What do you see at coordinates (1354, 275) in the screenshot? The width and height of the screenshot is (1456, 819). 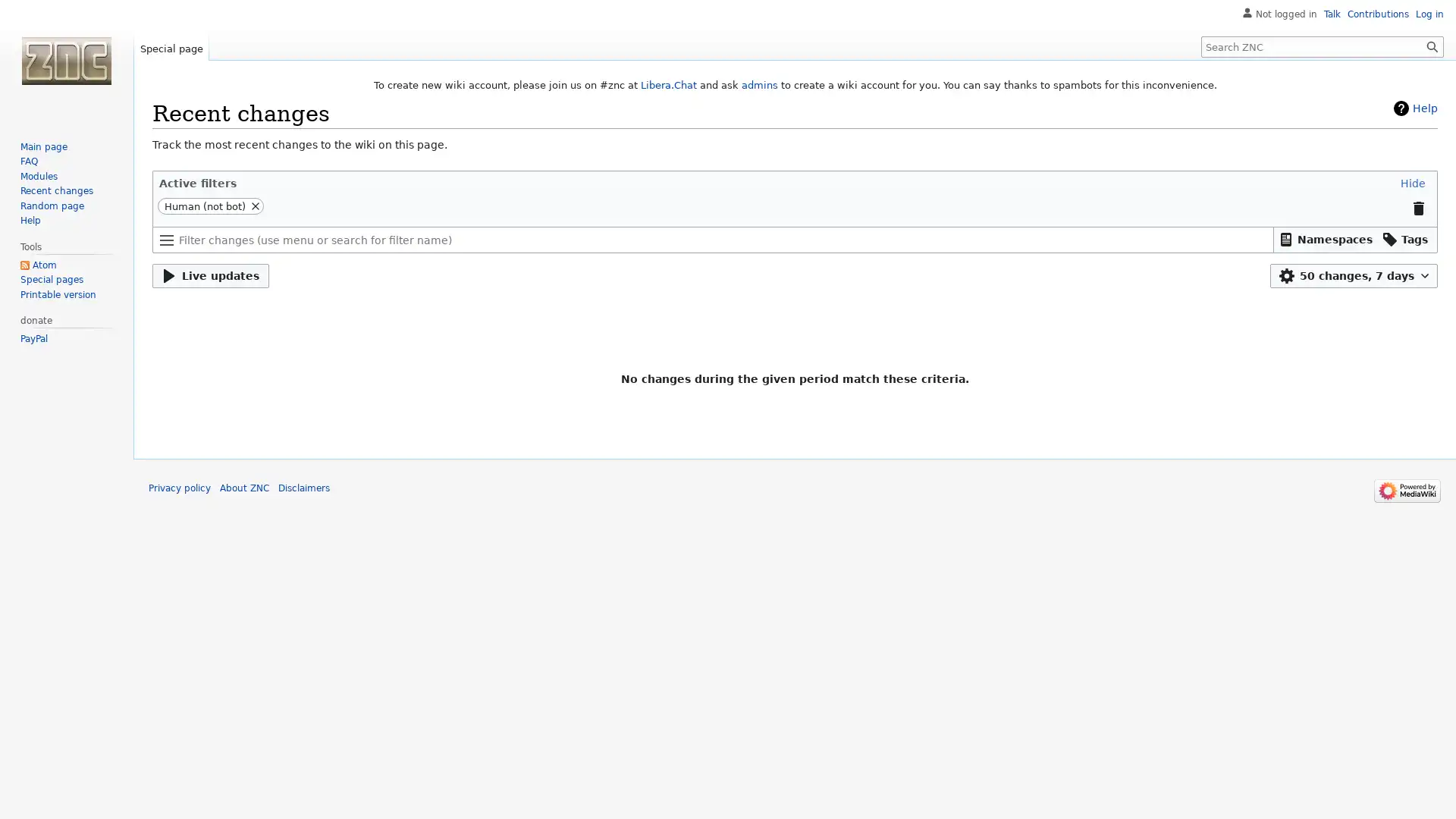 I see `50 changes, 7 days` at bounding box center [1354, 275].